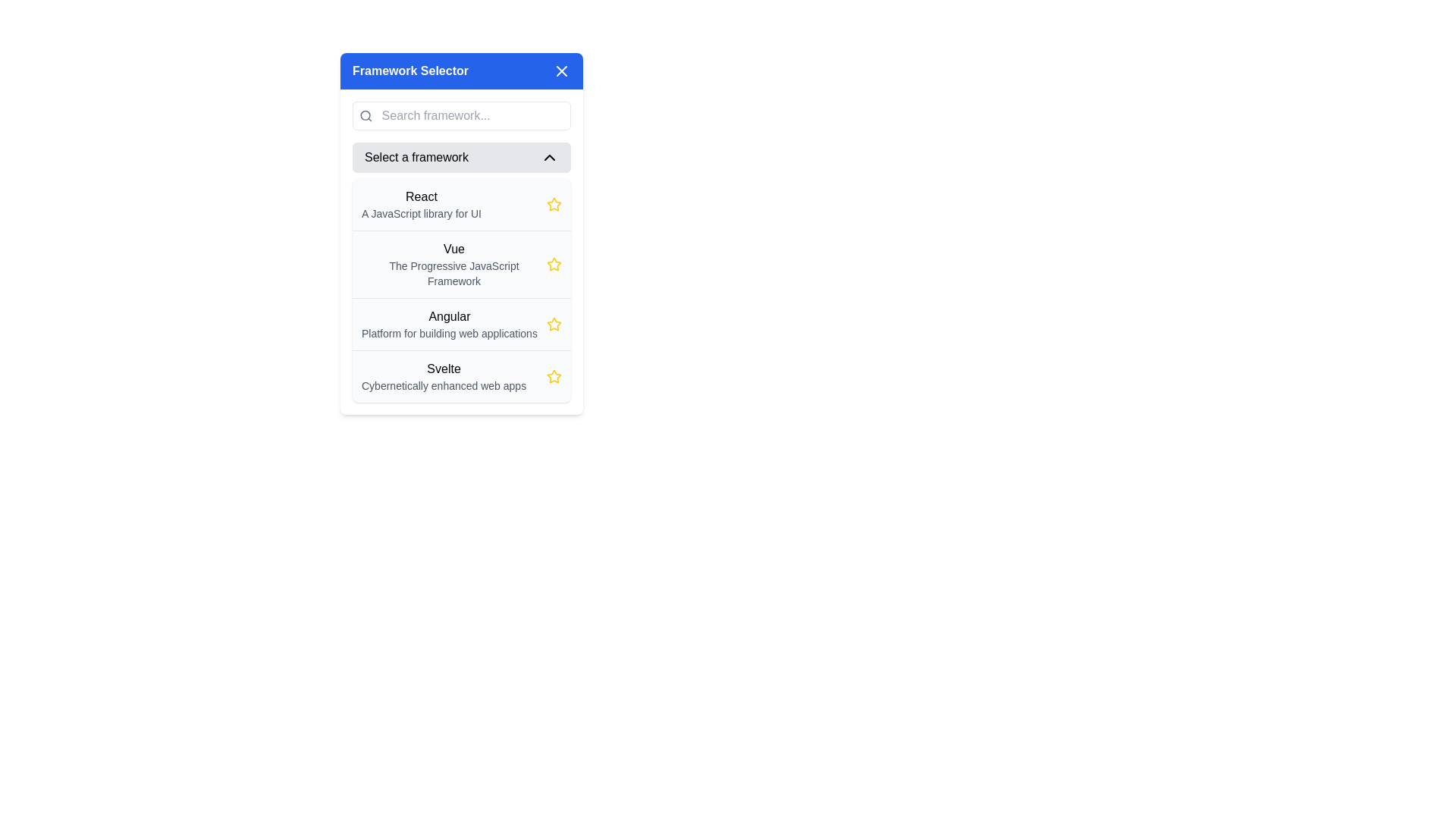  I want to click on text content of the Vue framework description located directly beneath the title 'Vue' in the 'Framework Selector' dropdown menu, so click(453, 274).